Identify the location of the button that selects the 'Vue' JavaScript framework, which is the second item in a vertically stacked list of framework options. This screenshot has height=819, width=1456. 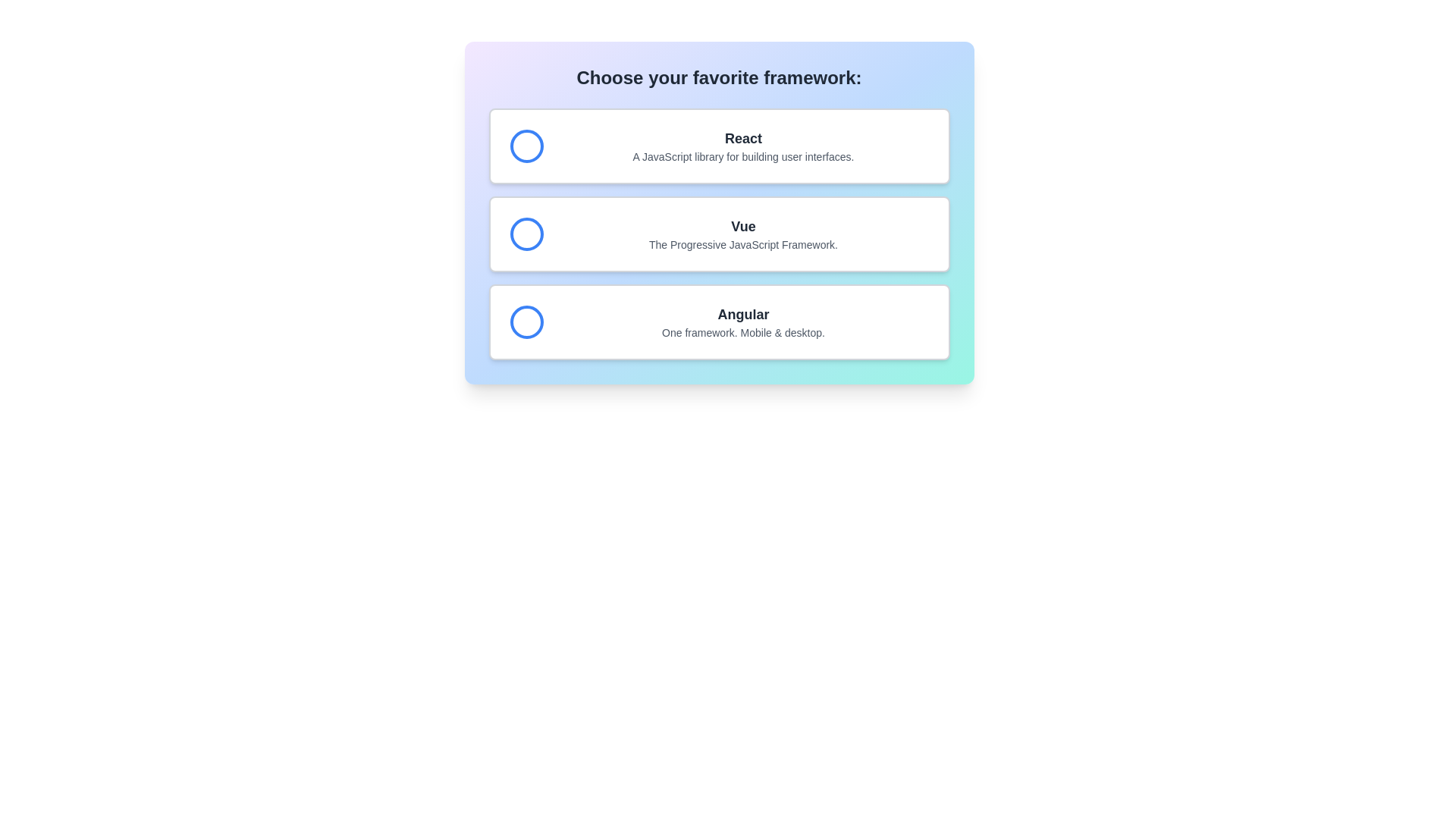
(718, 234).